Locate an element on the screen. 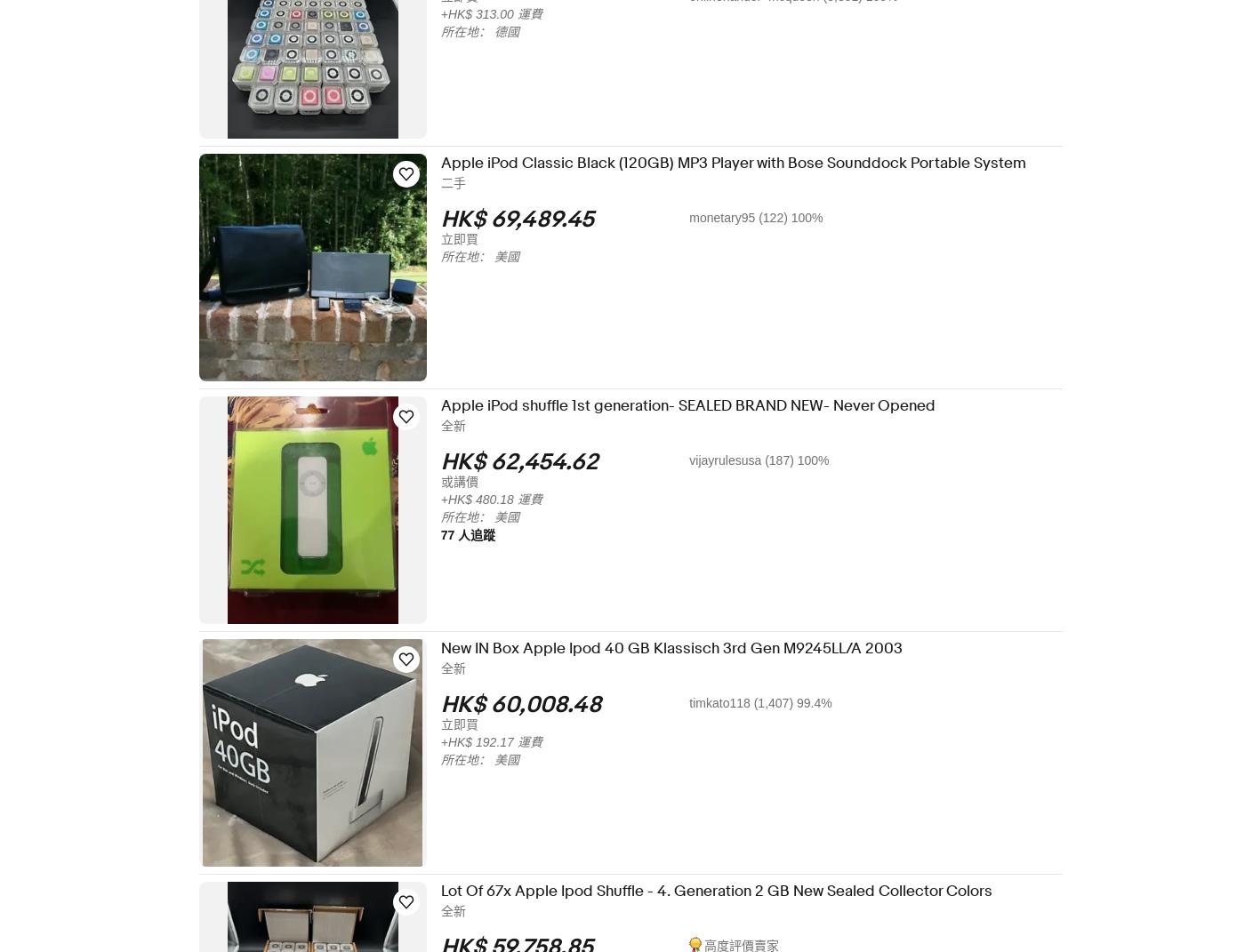  'New IN Box Apple Ipod 40 GB Klassisch 3rd Gen M9245LL/A 2003' is located at coordinates (683, 648).